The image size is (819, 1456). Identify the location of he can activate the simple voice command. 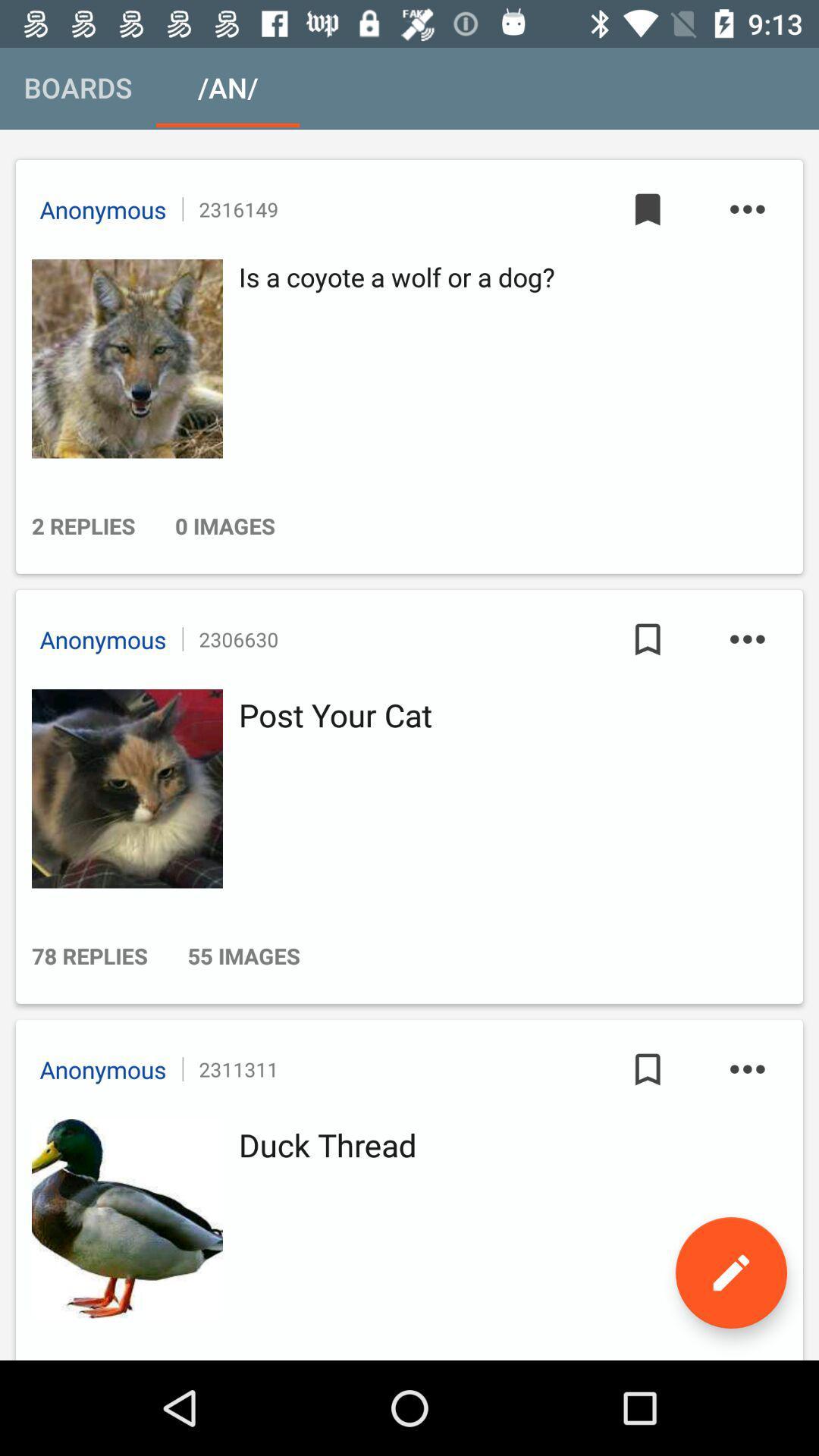
(122, 1219).